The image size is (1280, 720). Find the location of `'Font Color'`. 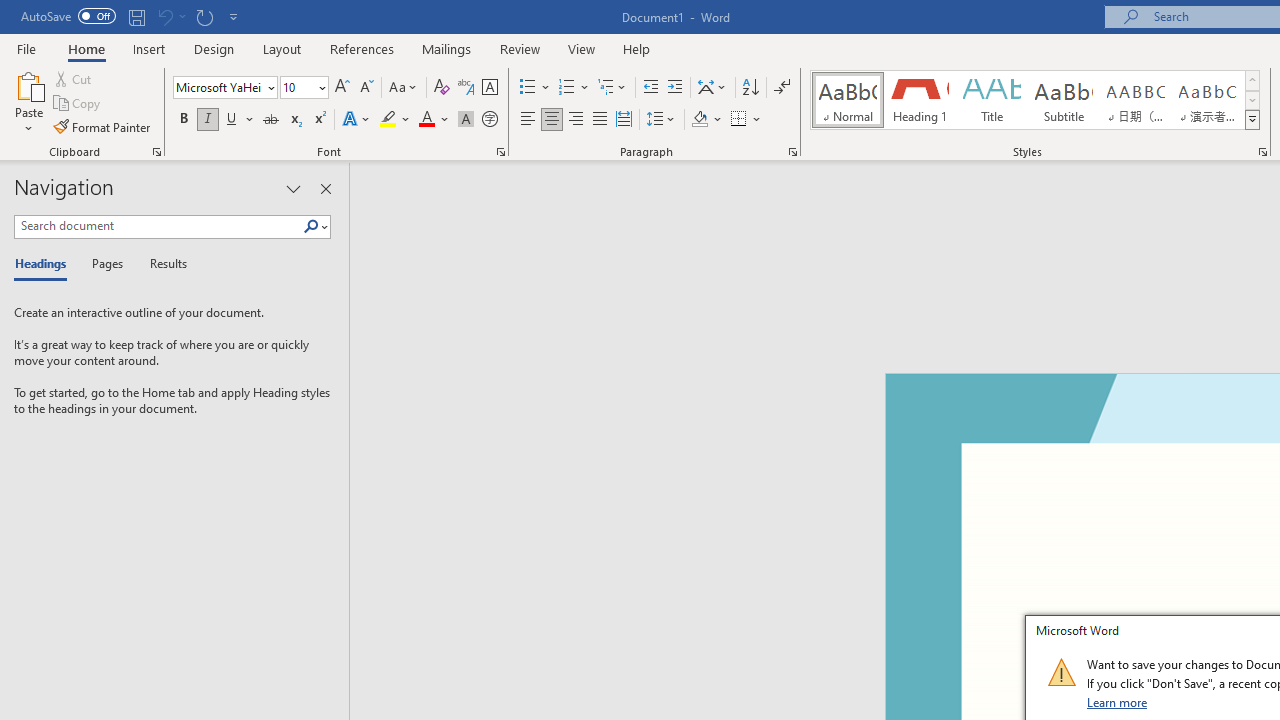

'Font Color' is located at coordinates (433, 119).